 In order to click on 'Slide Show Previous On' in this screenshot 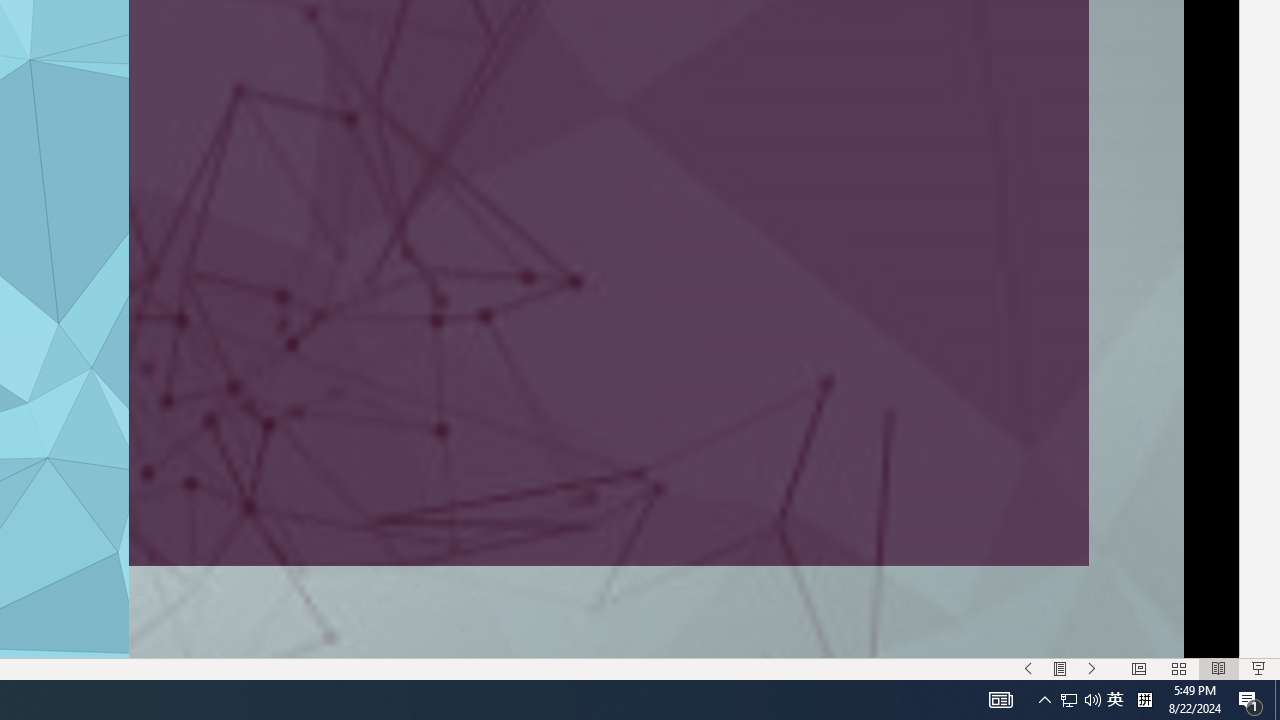, I will do `click(1028, 669)`.